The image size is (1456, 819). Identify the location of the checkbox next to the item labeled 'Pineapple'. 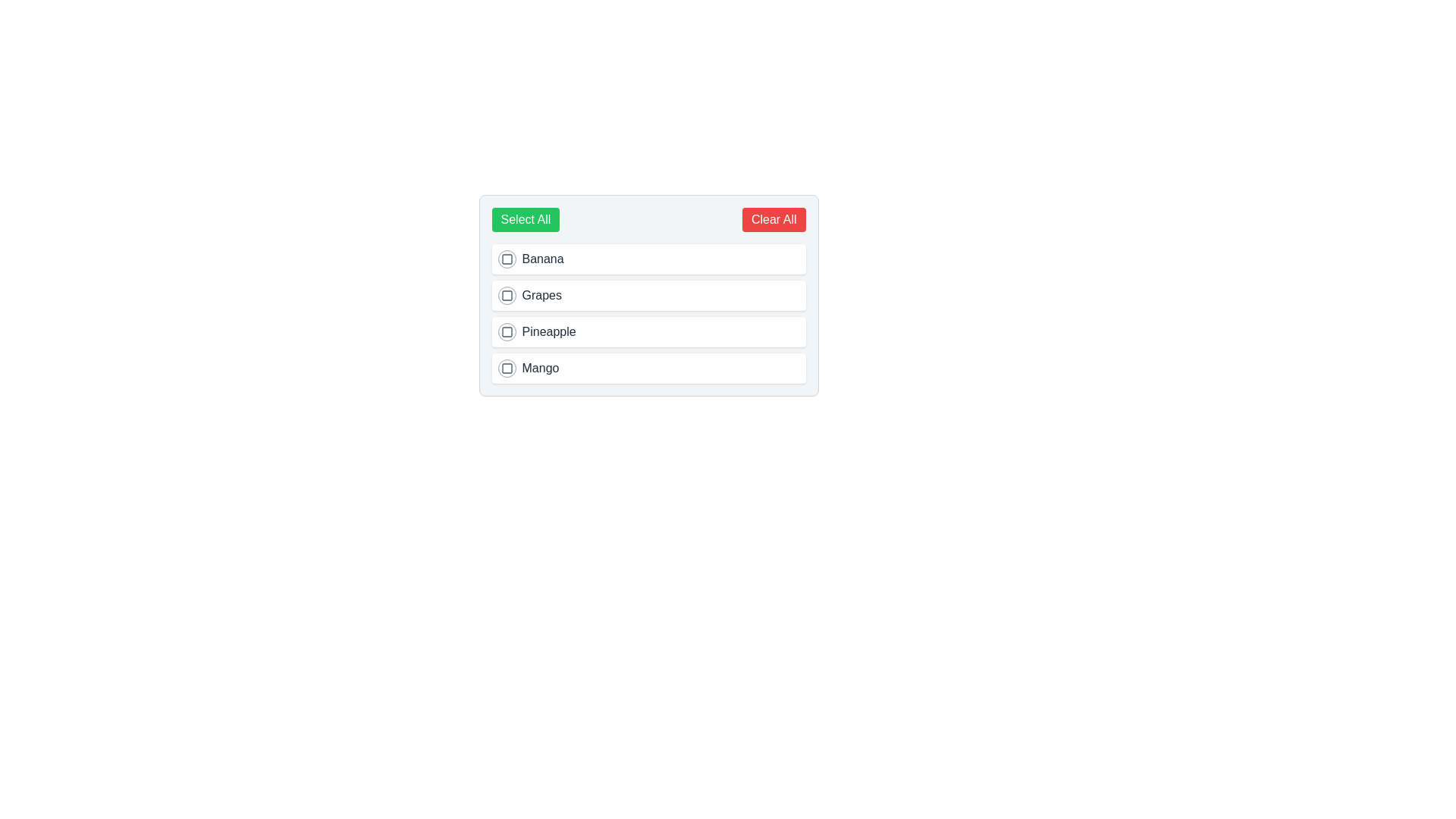
(507, 331).